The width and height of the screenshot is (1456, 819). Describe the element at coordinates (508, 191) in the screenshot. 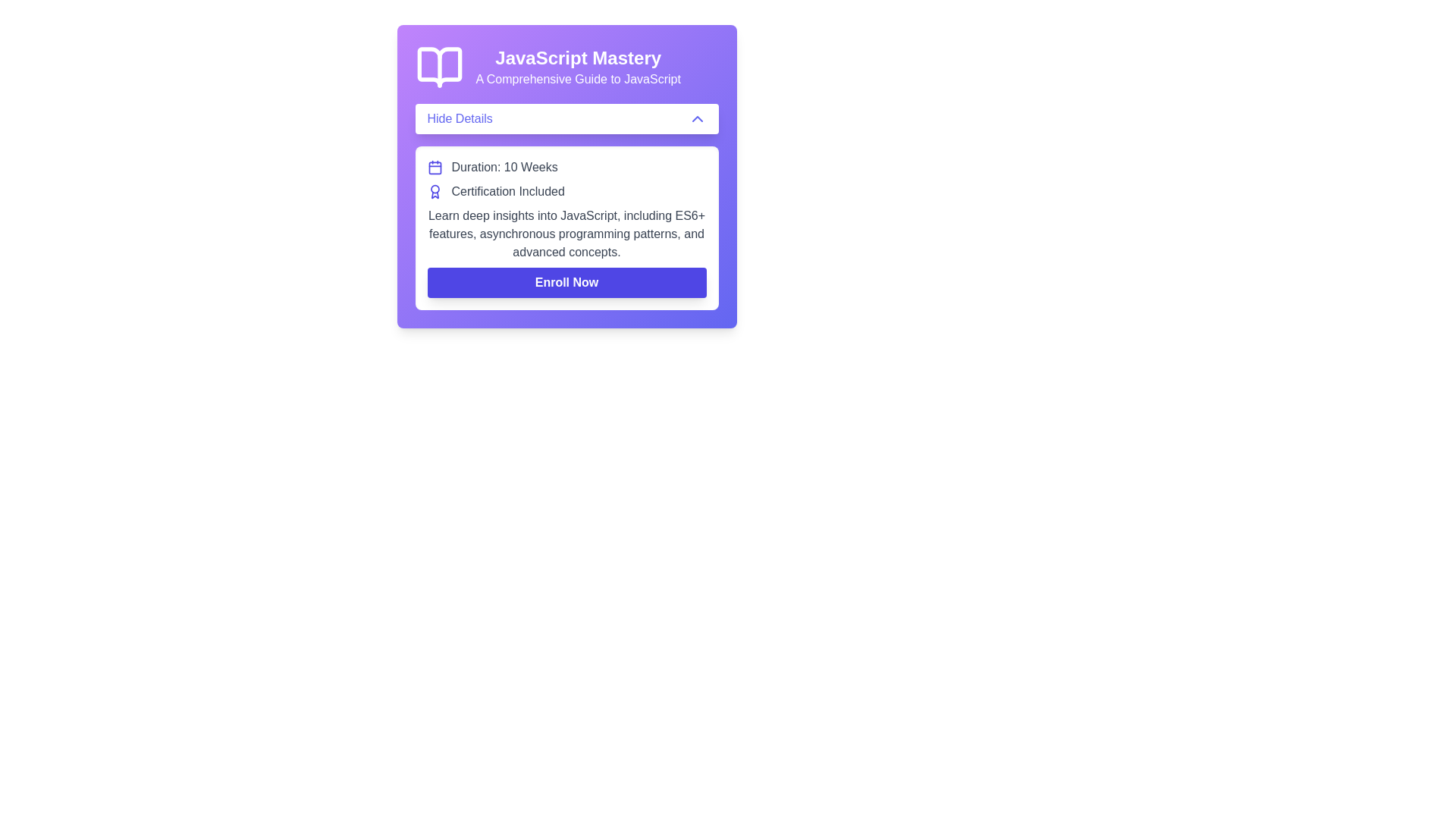

I see `the text label that says 'Certification Included', which is styled in gray text and located within the 'JavaScript Mastery' card, directly below the 'Duration: 10 Weeks' label and to the right of a certification icon` at that location.